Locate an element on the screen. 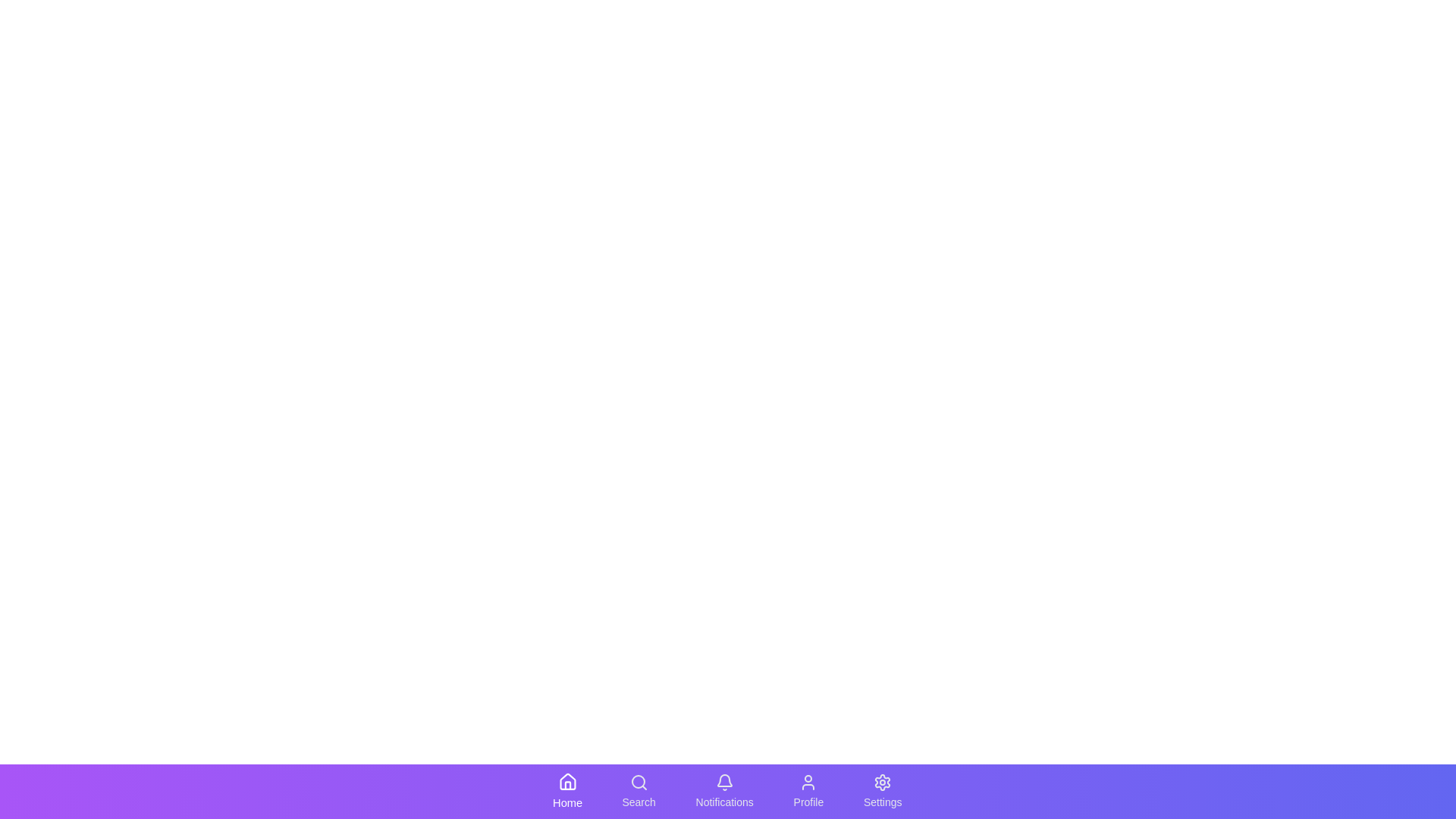 This screenshot has width=1456, height=819. the navigation icon labeled Home is located at coordinates (566, 791).